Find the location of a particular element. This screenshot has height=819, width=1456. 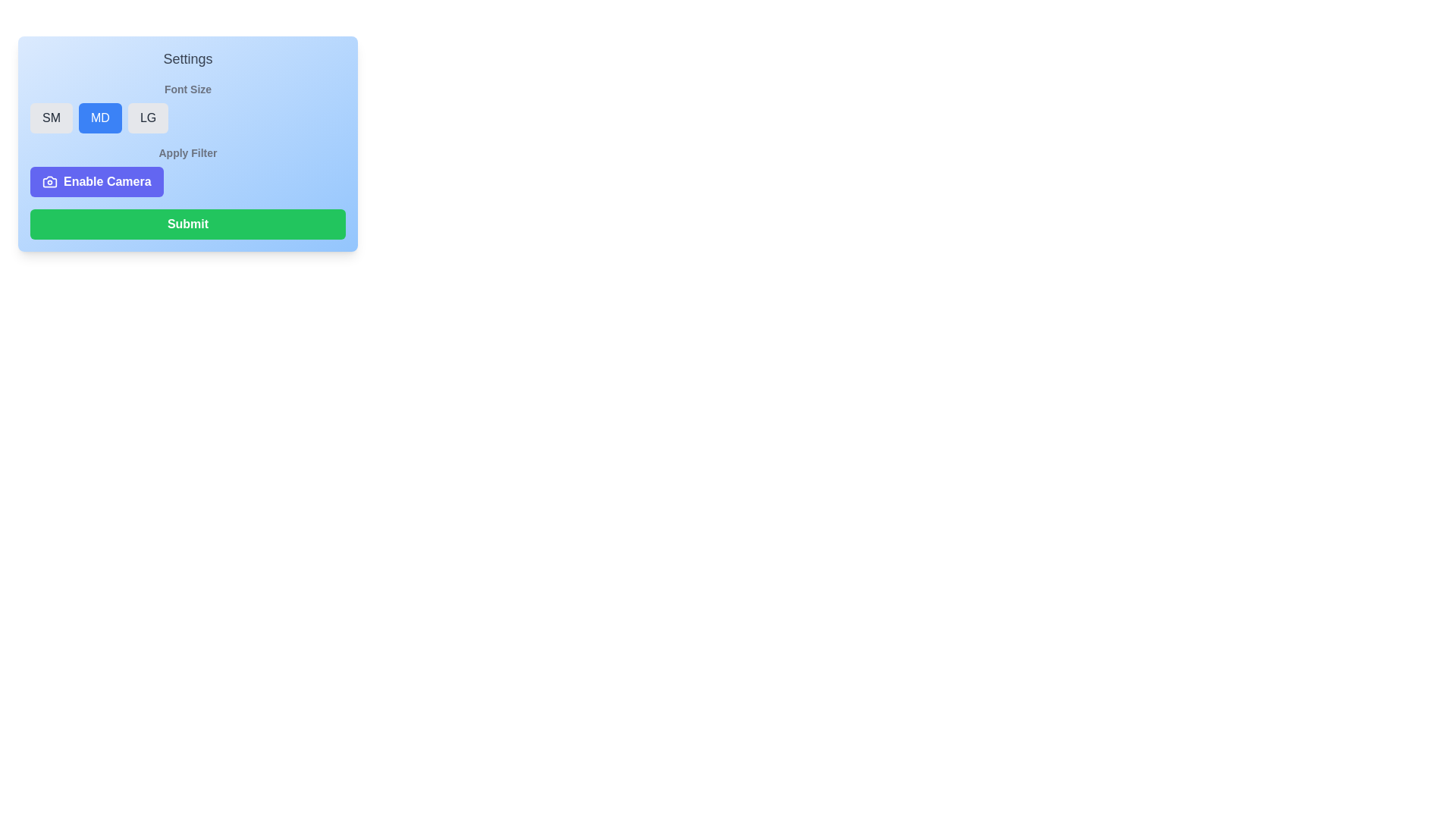

the text label that conveys a description or title for the purple button, located in the center of the button is located at coordinates (106, 180).